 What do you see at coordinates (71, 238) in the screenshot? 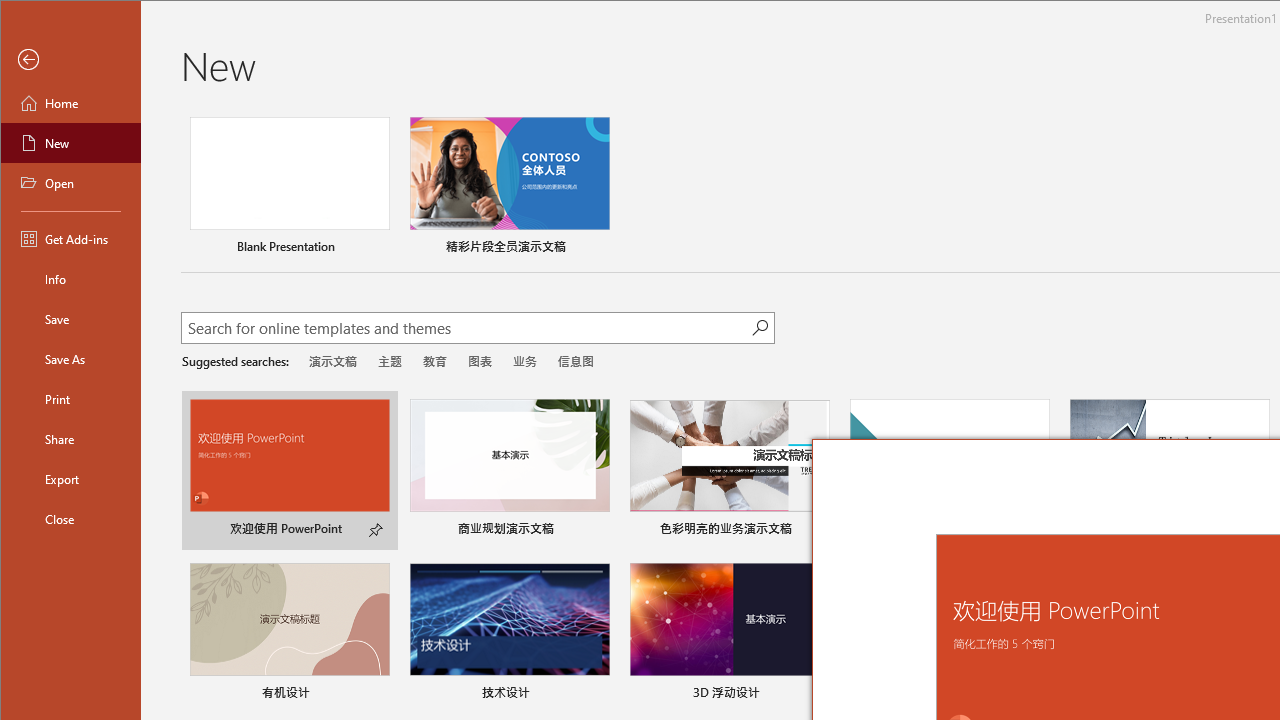
I see `'Get Add-ins'` at bounding box center [71, 238].